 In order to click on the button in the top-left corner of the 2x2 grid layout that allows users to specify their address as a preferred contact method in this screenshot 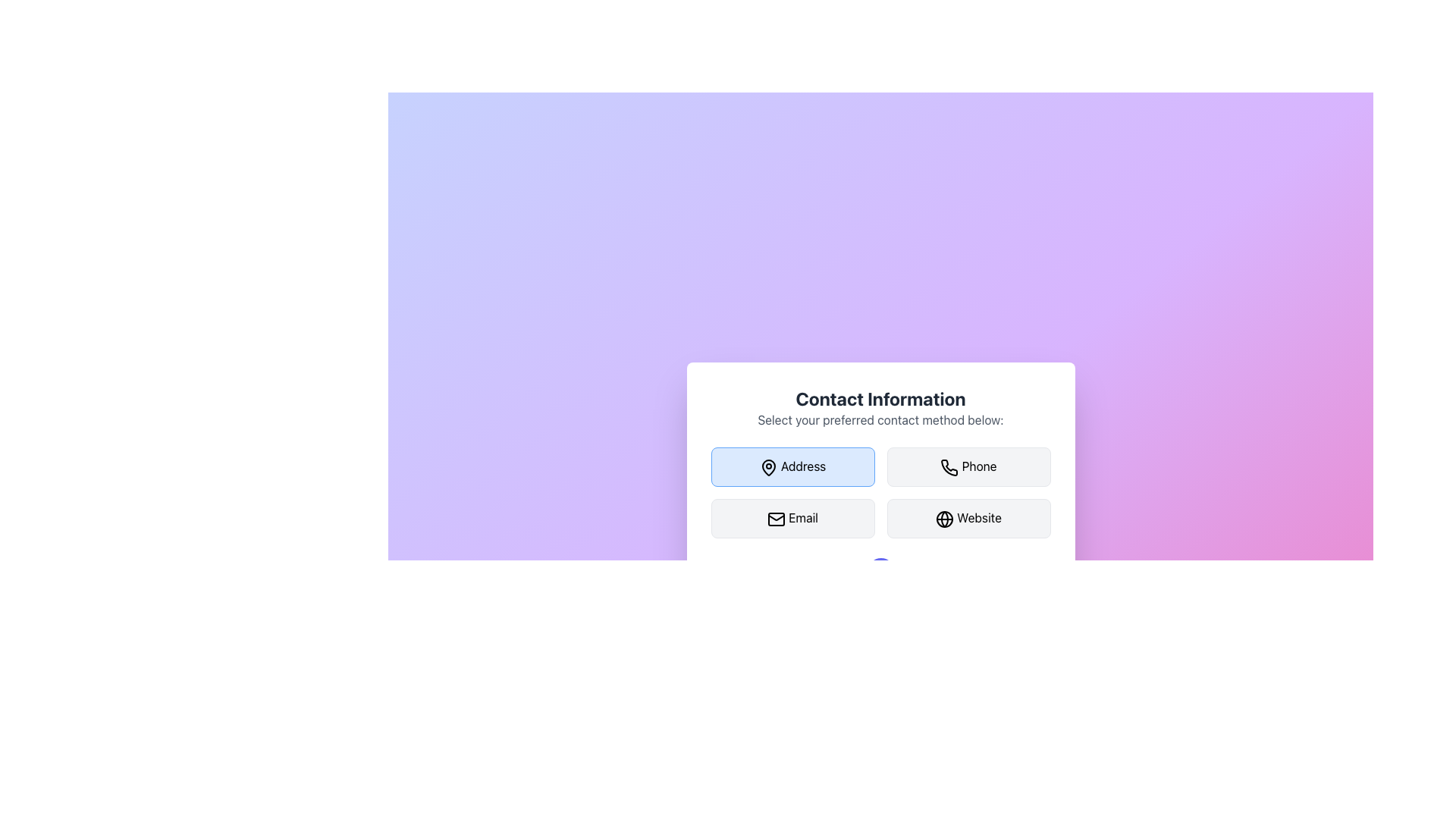, I will do `click(792, 466)`.